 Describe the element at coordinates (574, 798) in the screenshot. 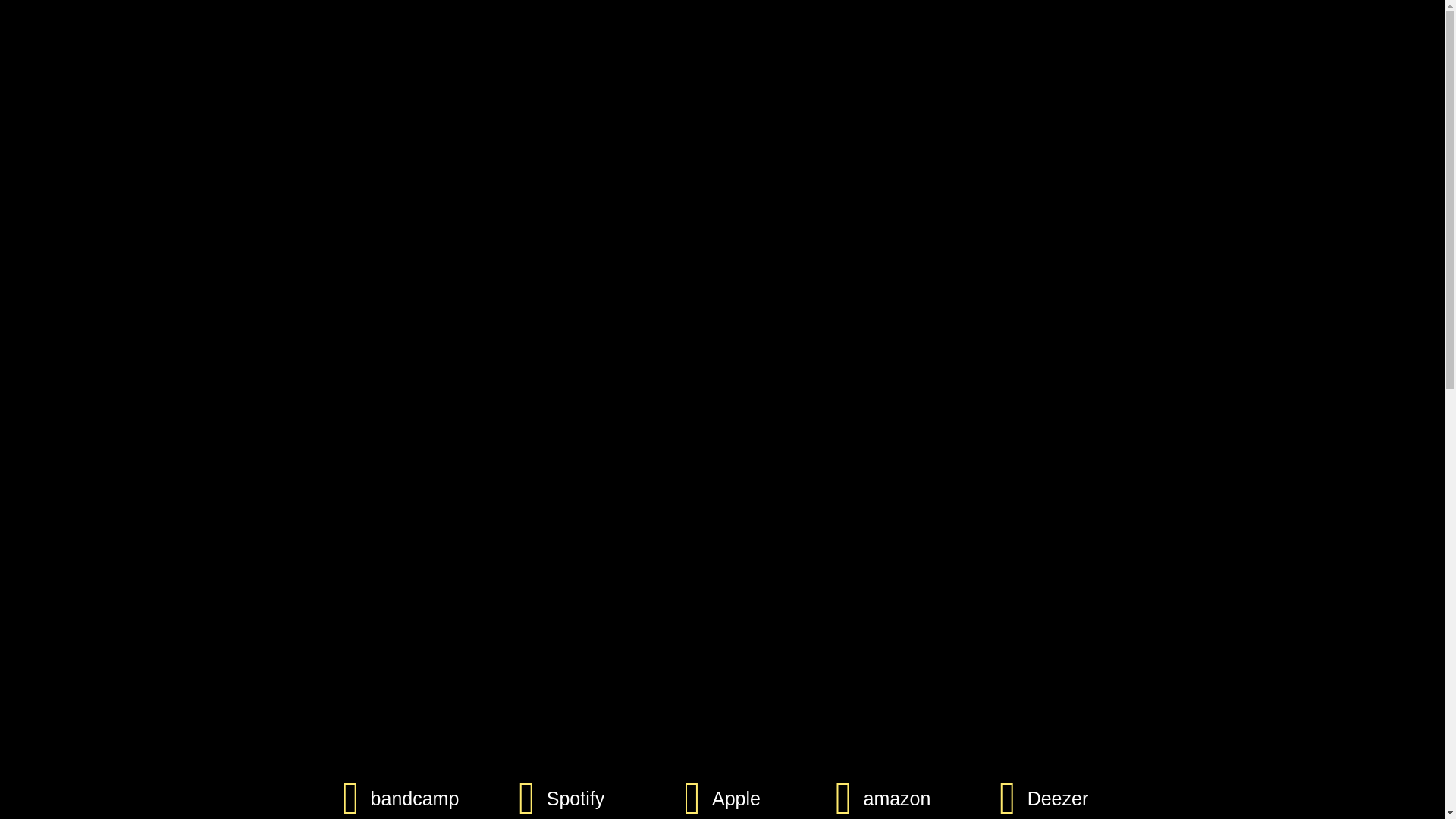

I see `'Spotify'` at that location.